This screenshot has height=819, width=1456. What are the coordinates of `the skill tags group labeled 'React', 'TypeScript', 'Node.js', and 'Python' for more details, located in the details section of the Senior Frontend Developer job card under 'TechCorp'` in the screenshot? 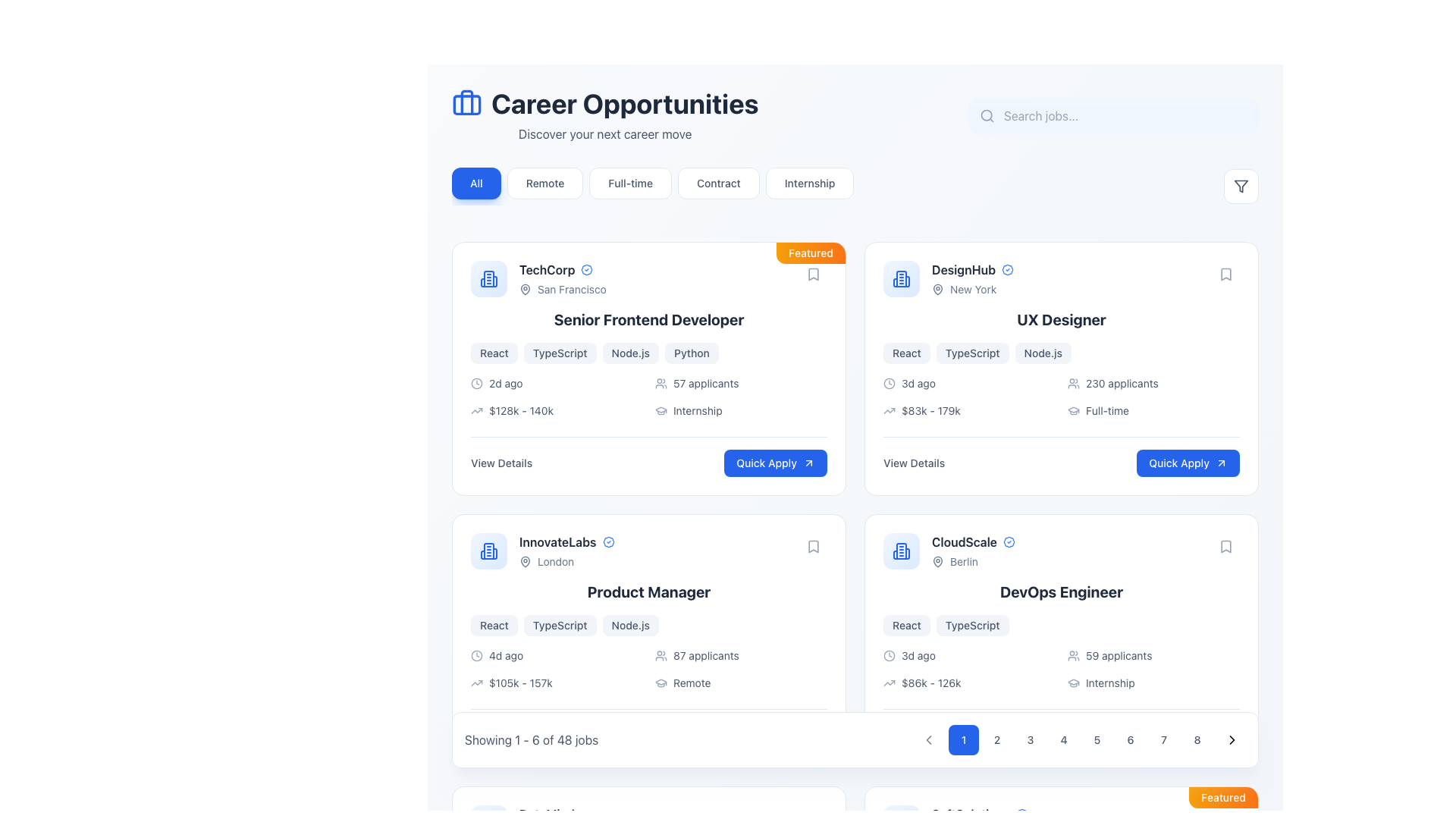 It's located at (648, 353).